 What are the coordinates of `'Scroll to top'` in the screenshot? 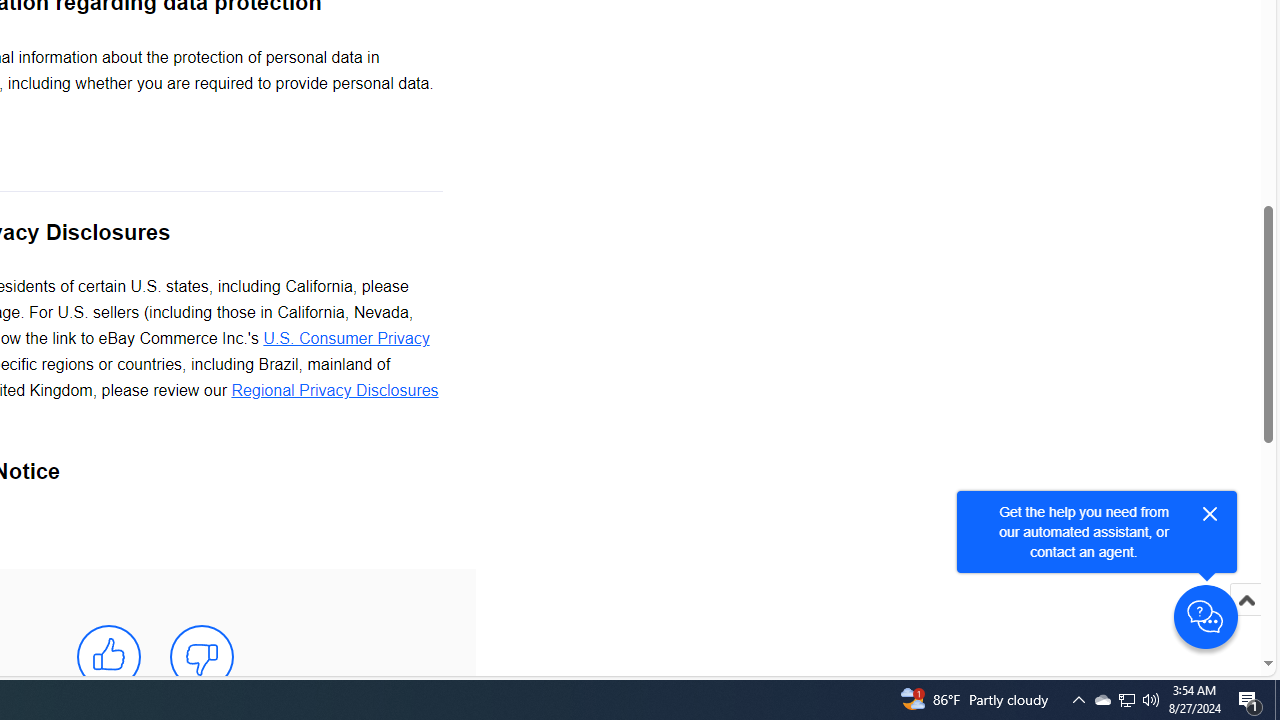 It's located at (1245, 620).